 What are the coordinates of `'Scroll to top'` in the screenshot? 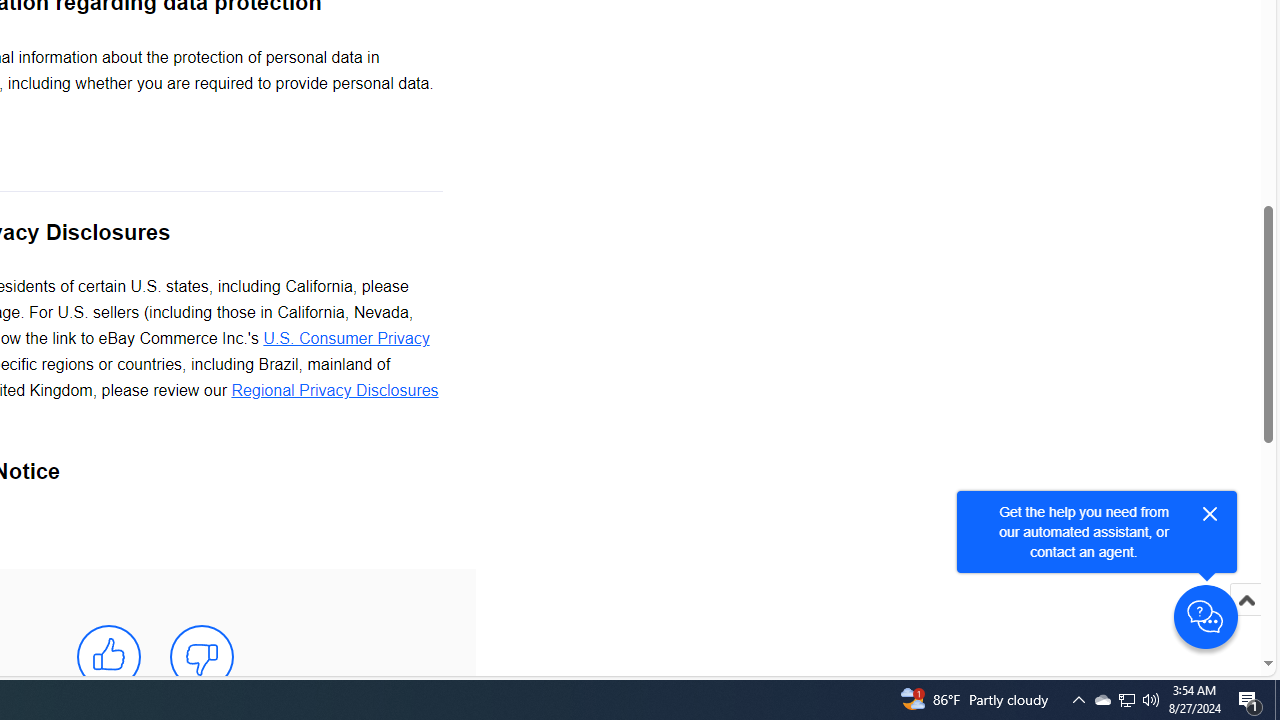 It's located at (1245, 620).